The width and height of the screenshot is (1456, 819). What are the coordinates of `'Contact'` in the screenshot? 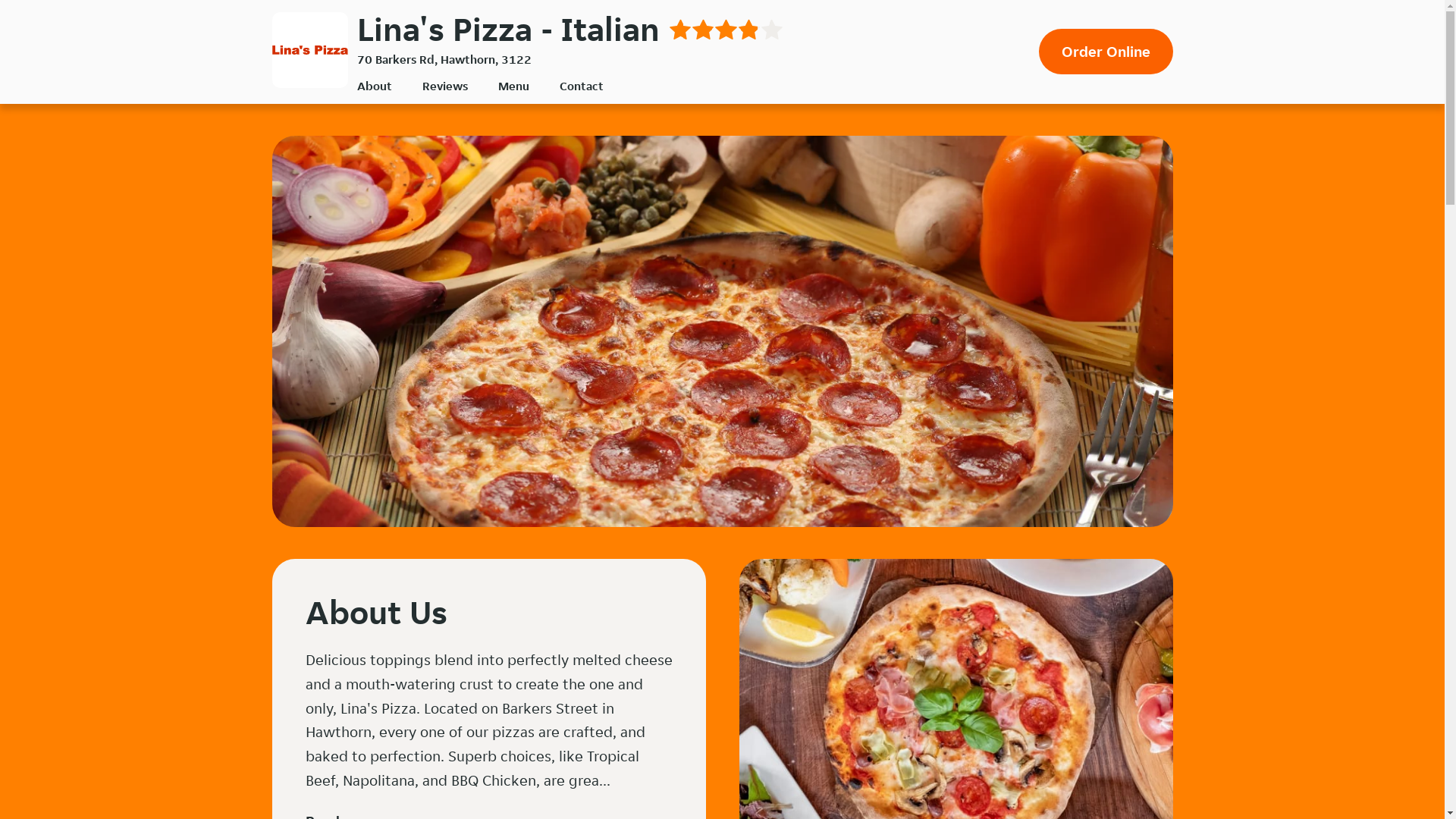 It's located at (581, 86).